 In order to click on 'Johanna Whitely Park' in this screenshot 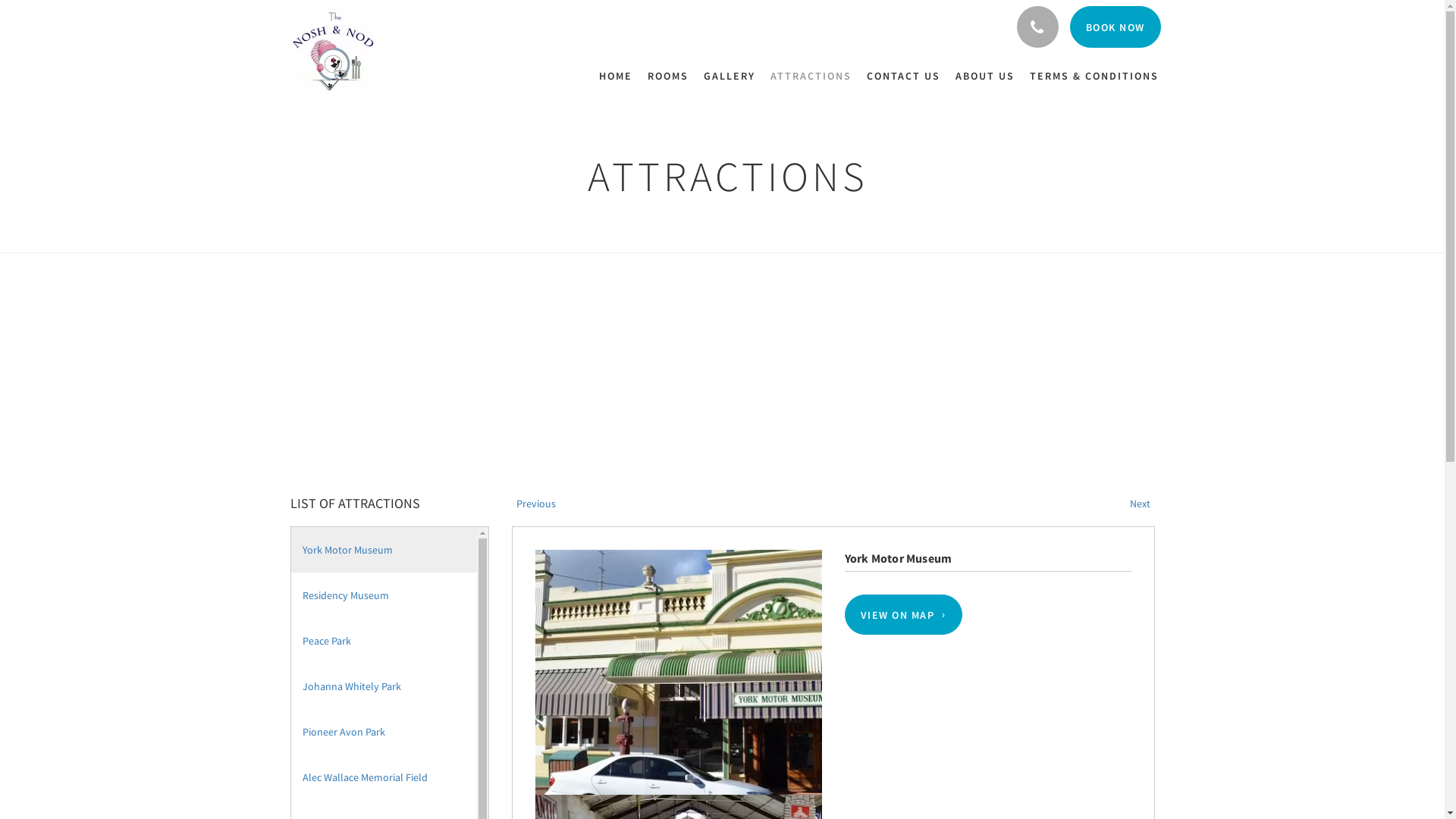, I will do `click(384, 686)`.